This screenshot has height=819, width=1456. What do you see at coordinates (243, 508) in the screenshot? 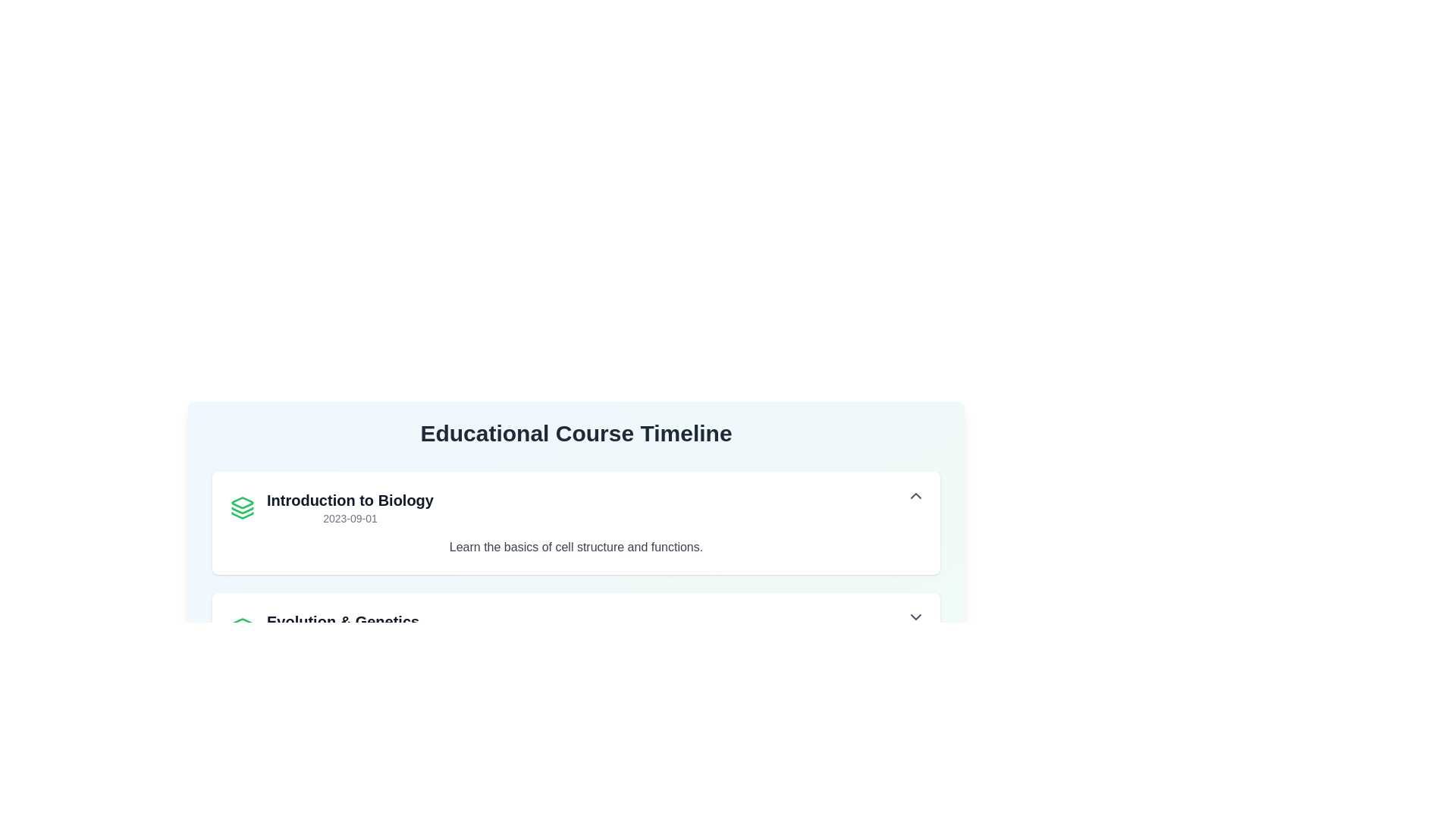
I see `the green icon representing stacked layers in the 'Introduction to Biology' card` at bounding box center [243, 508].